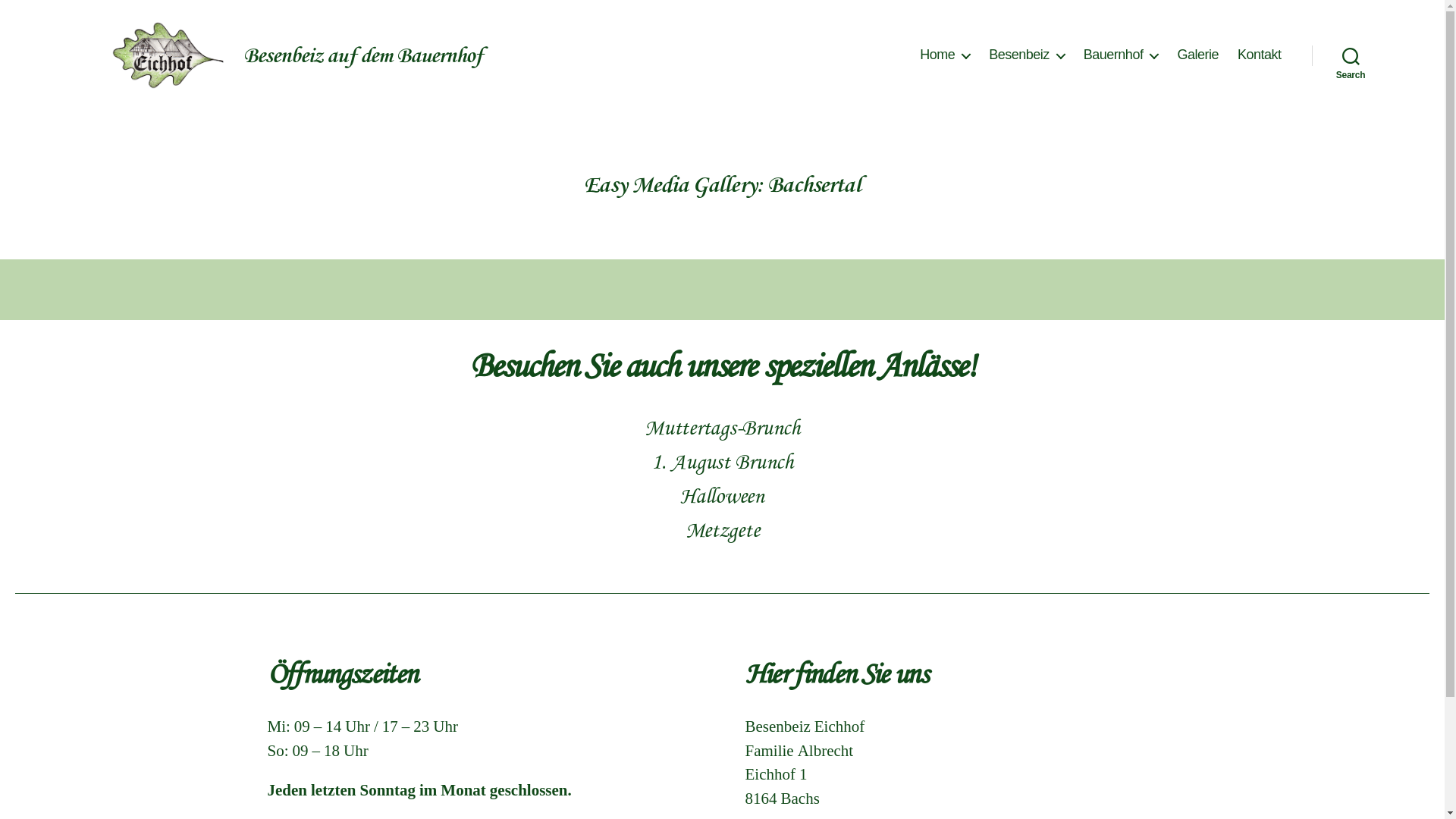 The image size is (1456, 819). Describe the element at coordinates (944, 55) in the screenshot. I see `'Home'` at that location.